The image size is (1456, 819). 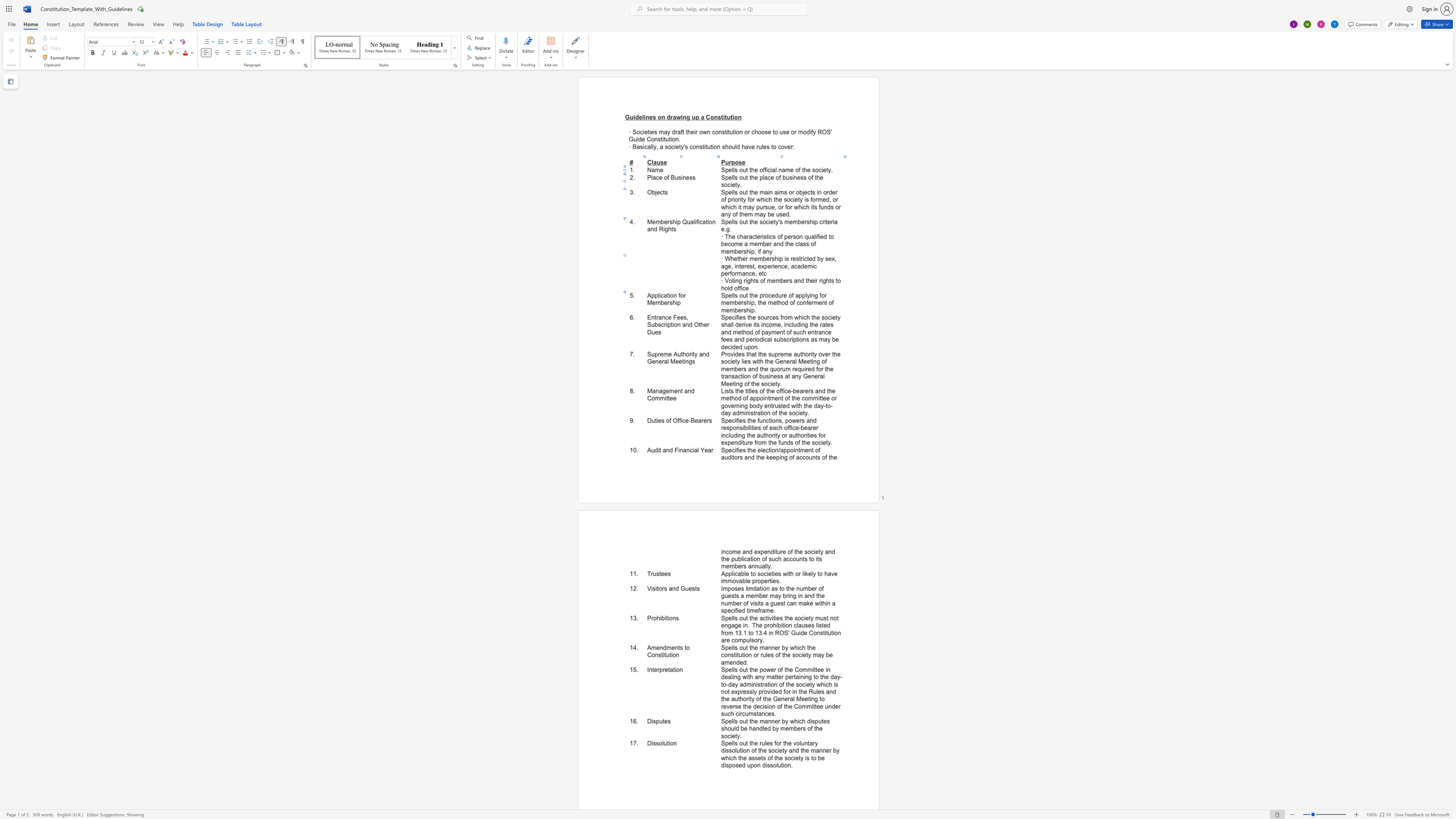 What do you see at coordinates (818, 317) in the screenshot?
I see `the 5th character "e" in the text` at bounding box center [818, 317].